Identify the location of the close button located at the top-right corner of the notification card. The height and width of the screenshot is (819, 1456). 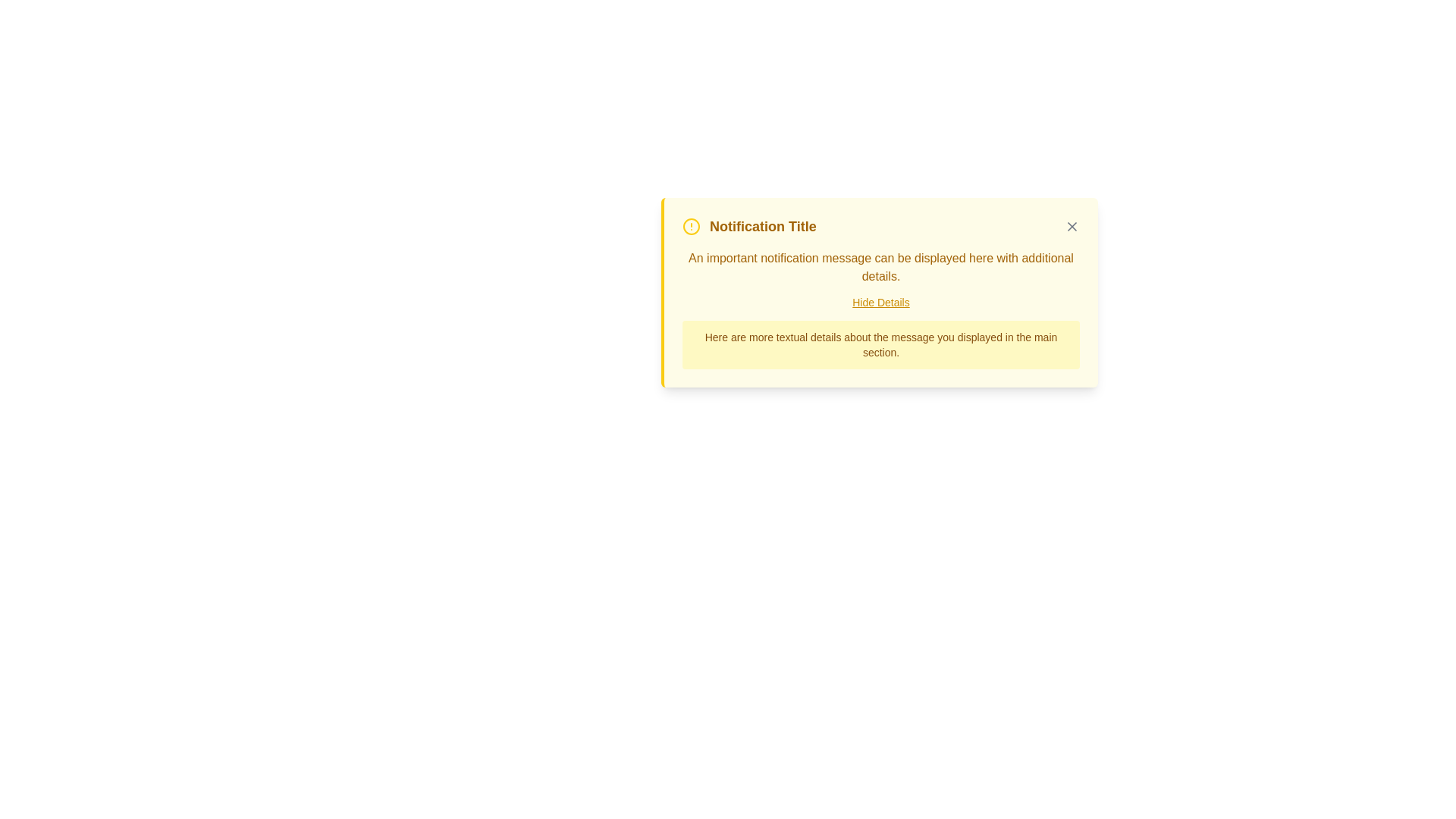
(1072, 227).